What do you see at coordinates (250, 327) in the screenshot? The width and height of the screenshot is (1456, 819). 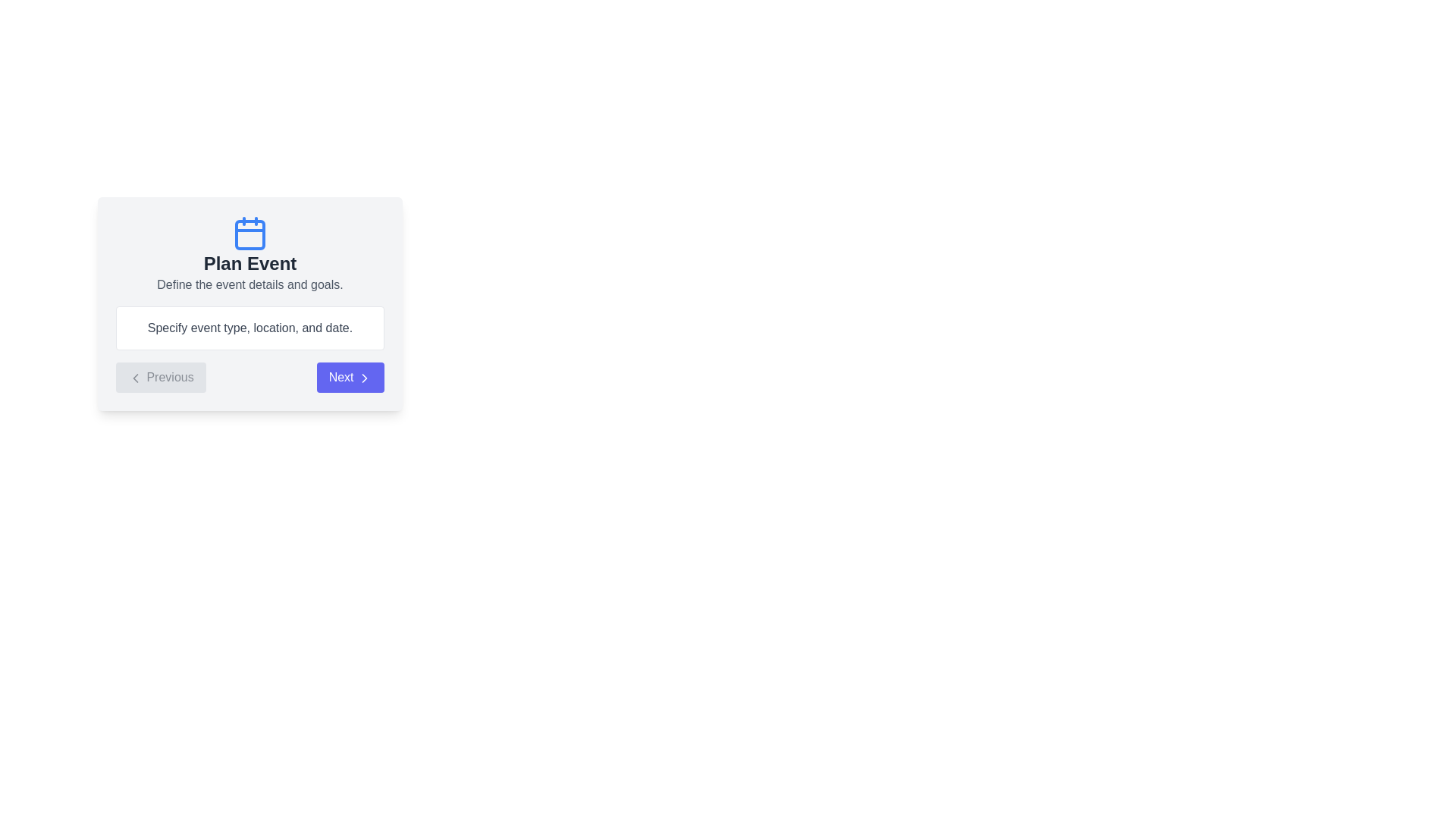 I see `the text box containing the detailed content to focus on it` at bounding box center [250, 327].